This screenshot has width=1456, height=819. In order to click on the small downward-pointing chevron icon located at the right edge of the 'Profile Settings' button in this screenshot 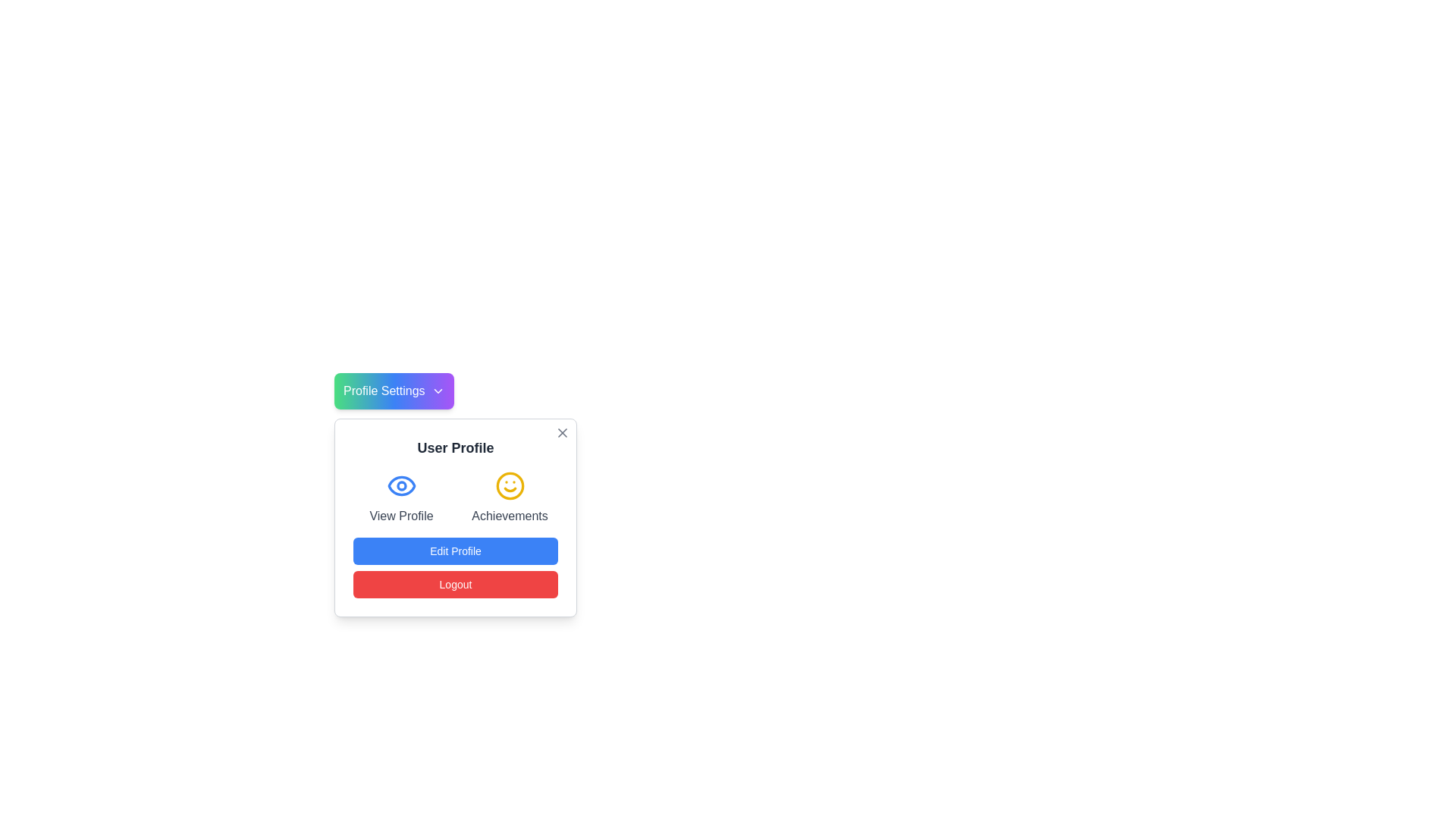, I will do `click(437, 391)`.